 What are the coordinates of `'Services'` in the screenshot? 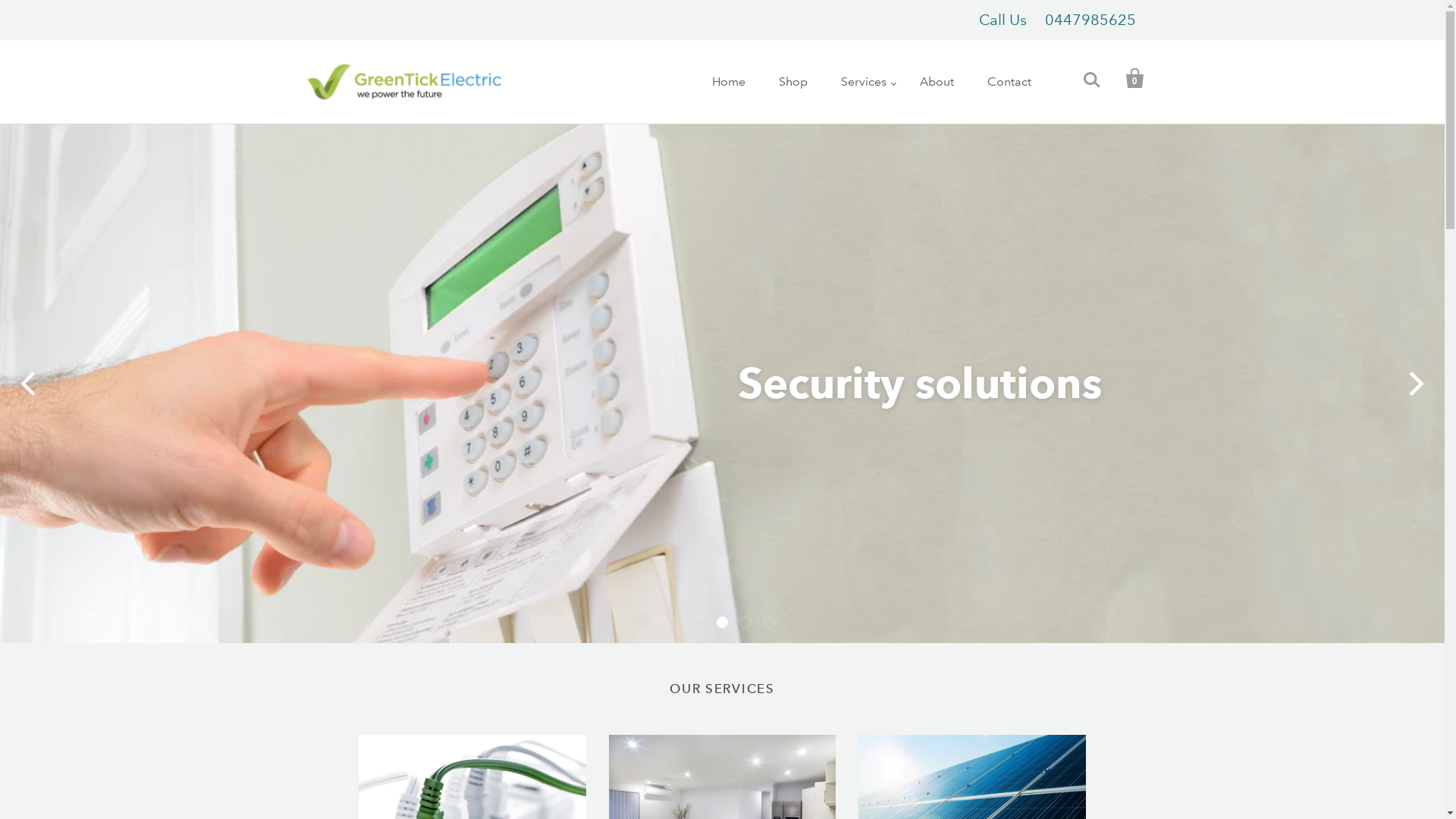 It's located at (824, 81).